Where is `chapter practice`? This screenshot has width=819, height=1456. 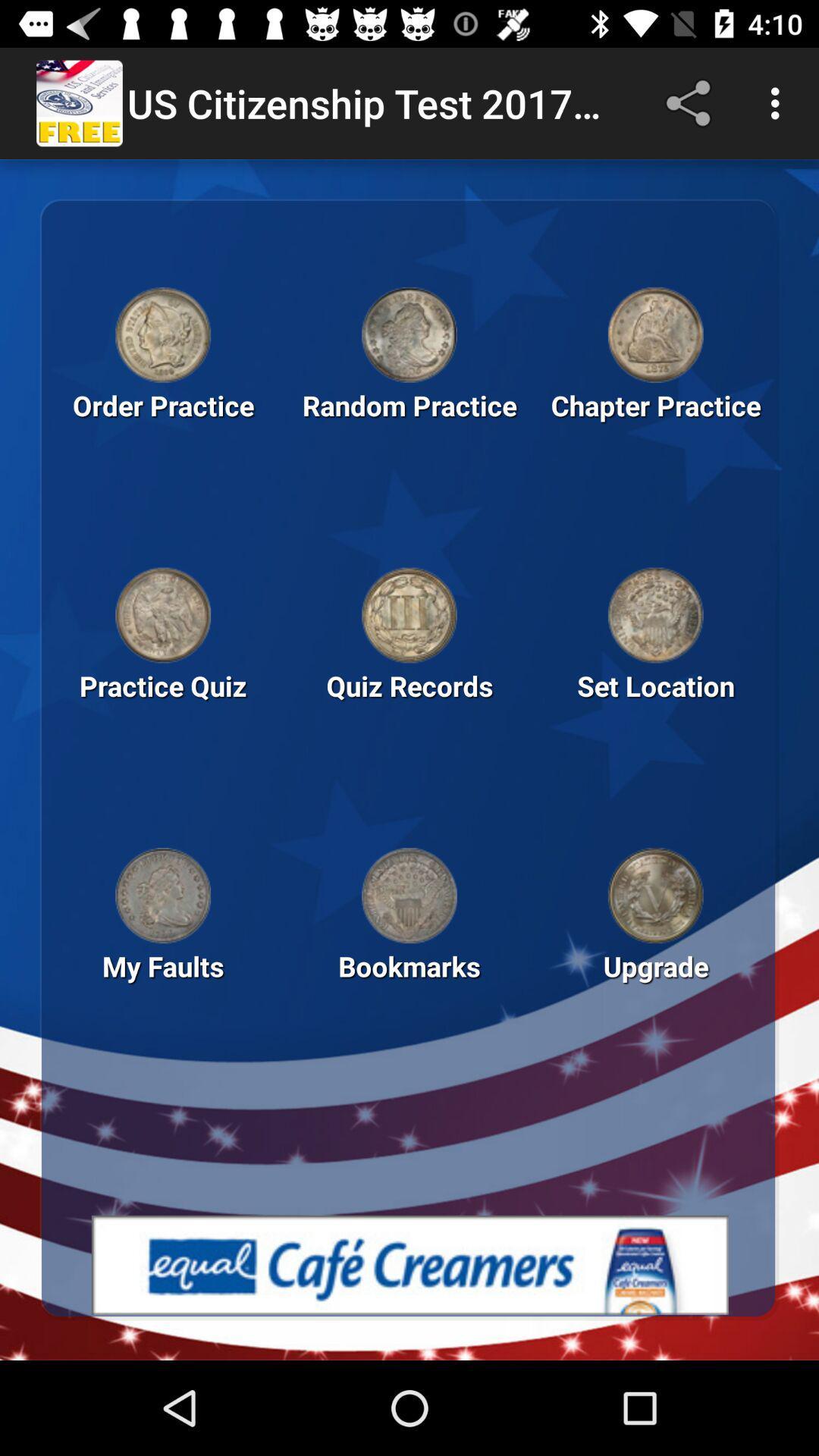
chapter practice is located at coordinates (654, 334).